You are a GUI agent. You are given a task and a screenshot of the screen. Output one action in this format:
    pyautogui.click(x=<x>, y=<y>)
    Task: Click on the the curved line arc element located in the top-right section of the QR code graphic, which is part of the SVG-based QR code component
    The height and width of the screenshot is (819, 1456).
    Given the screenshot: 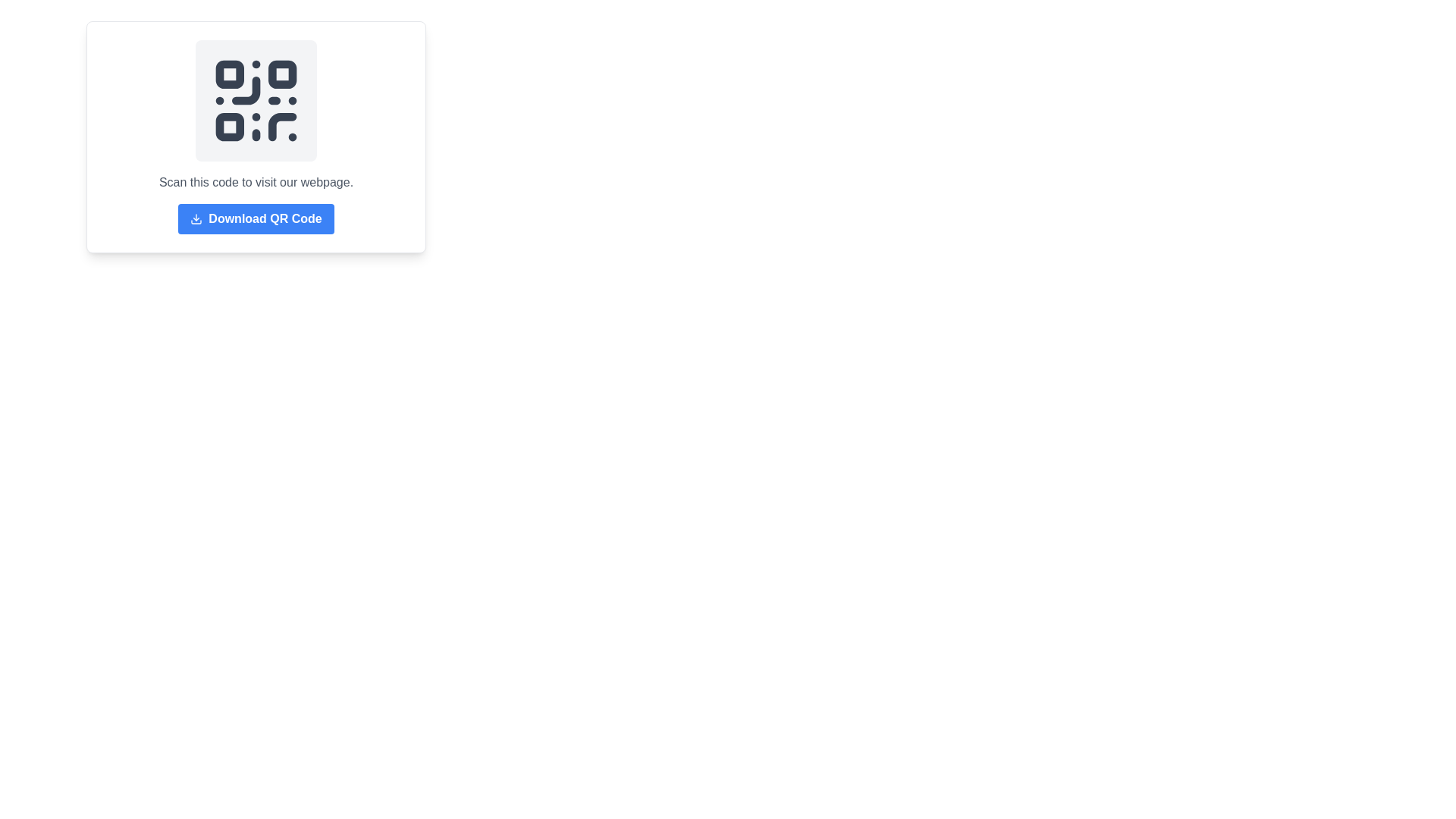 What is the action you would take?
    pyautogui.click(x=246, y=90)
    